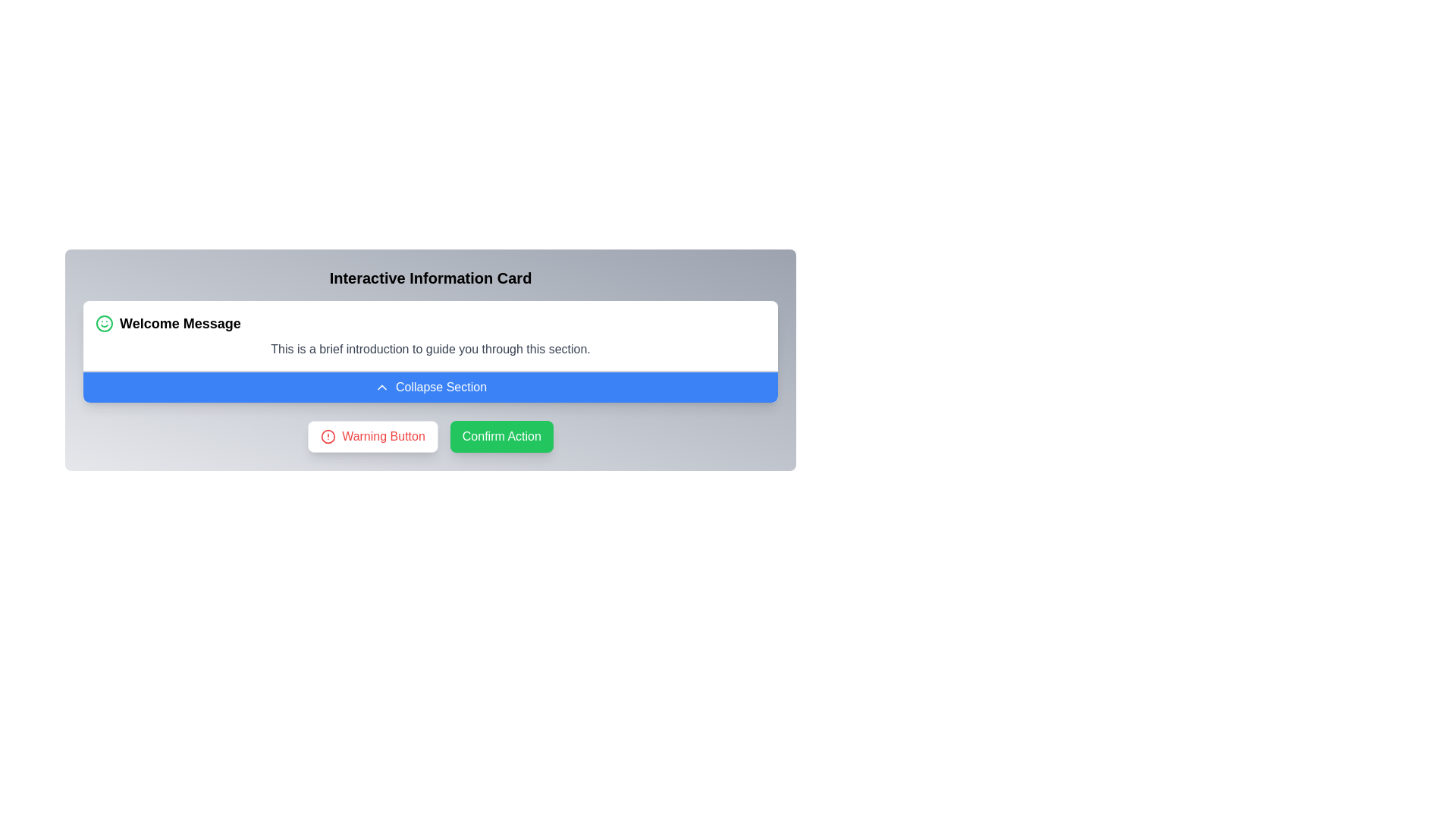 The image size is (1456, 819). I want to click on the blue button labeled 'Collapse Section' with a chevron-up icon, so click(429, 386).